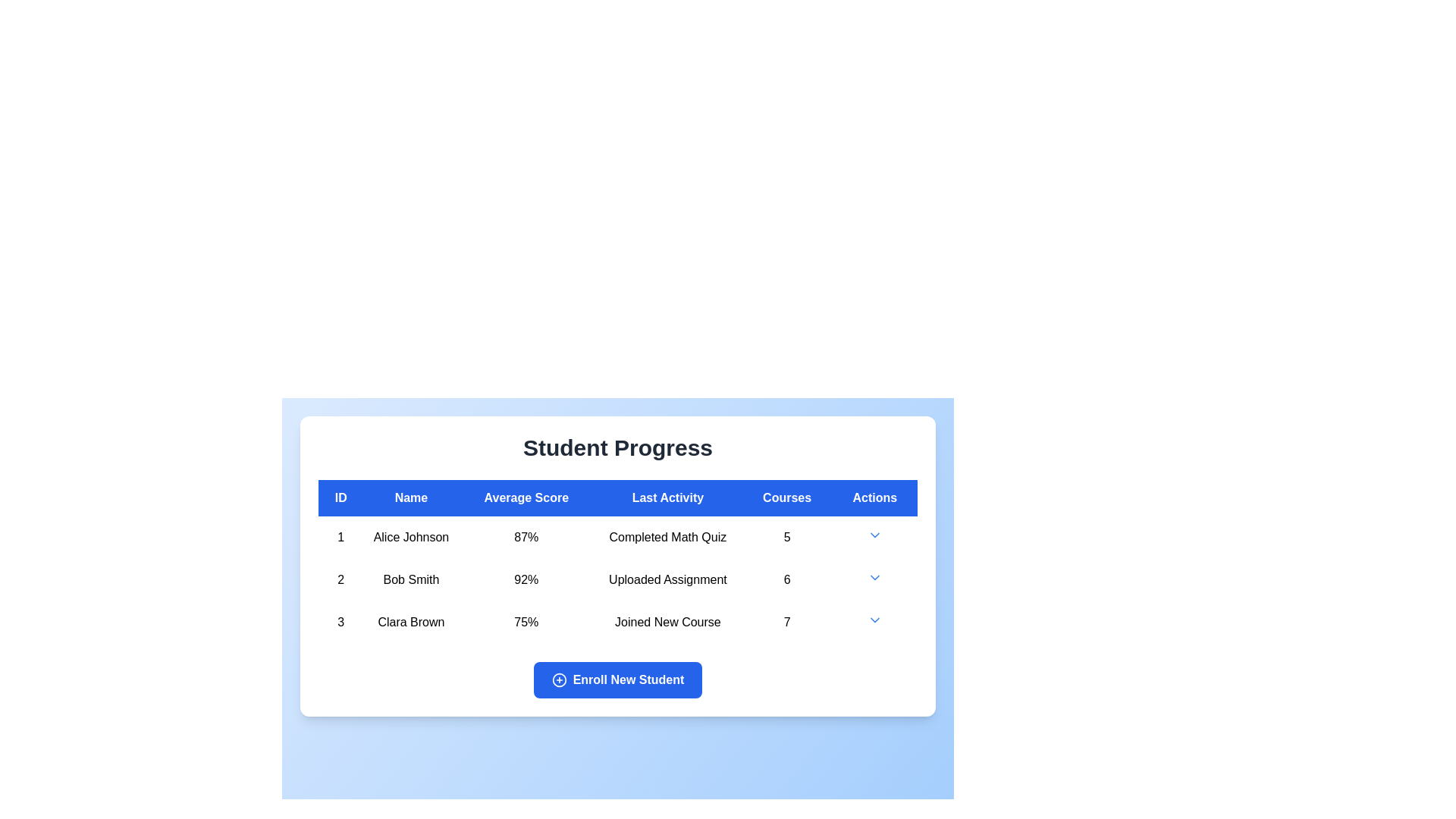  Describe the element at coordinates (340, 537) in the screenshot. I see `the text element representing the unique ID number of 'Alice Johnson' located in the first column of the table under the 'ID' header` at that location.